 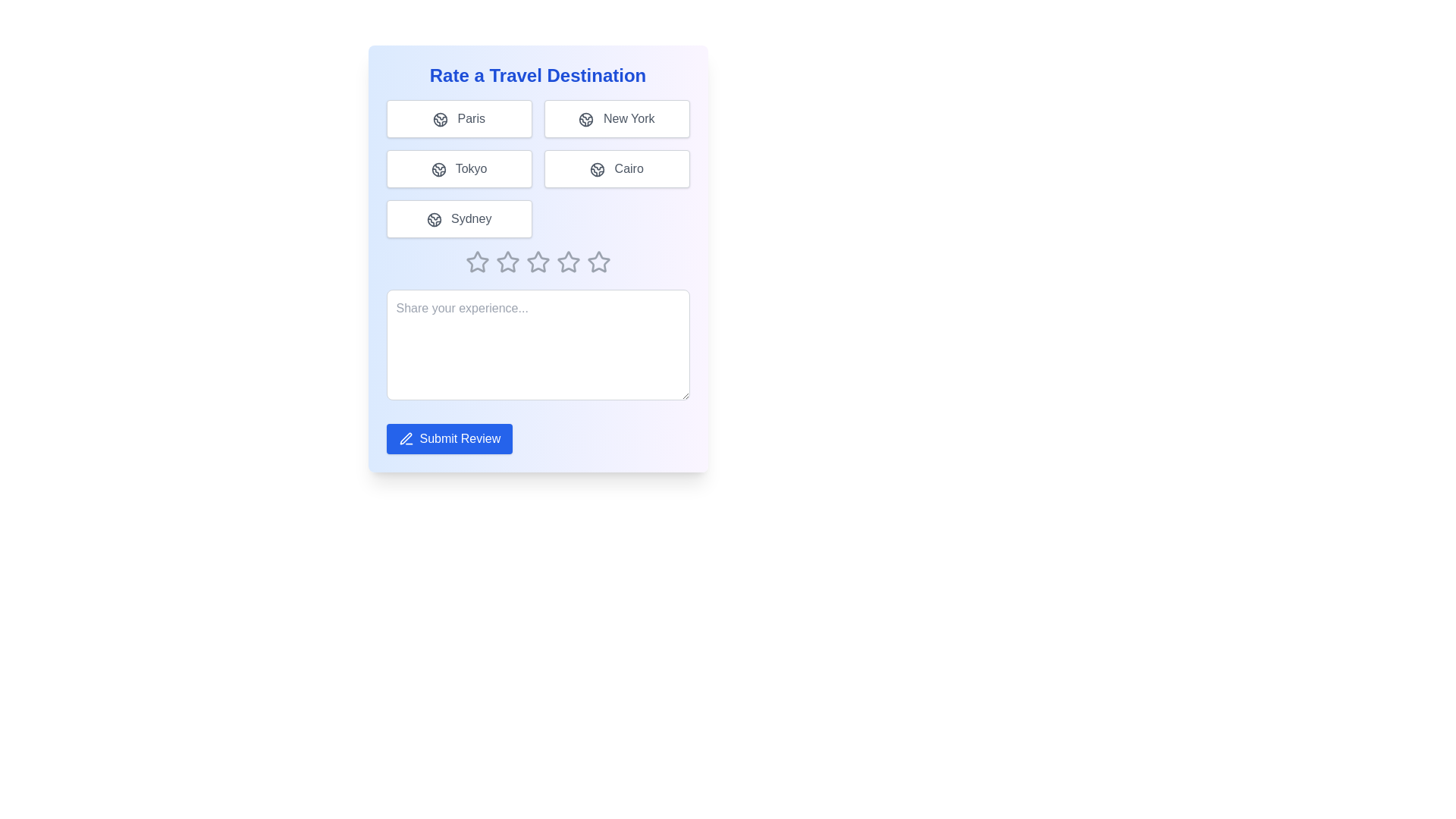 I want to click on the second star icon, so click(x=507, y=261).